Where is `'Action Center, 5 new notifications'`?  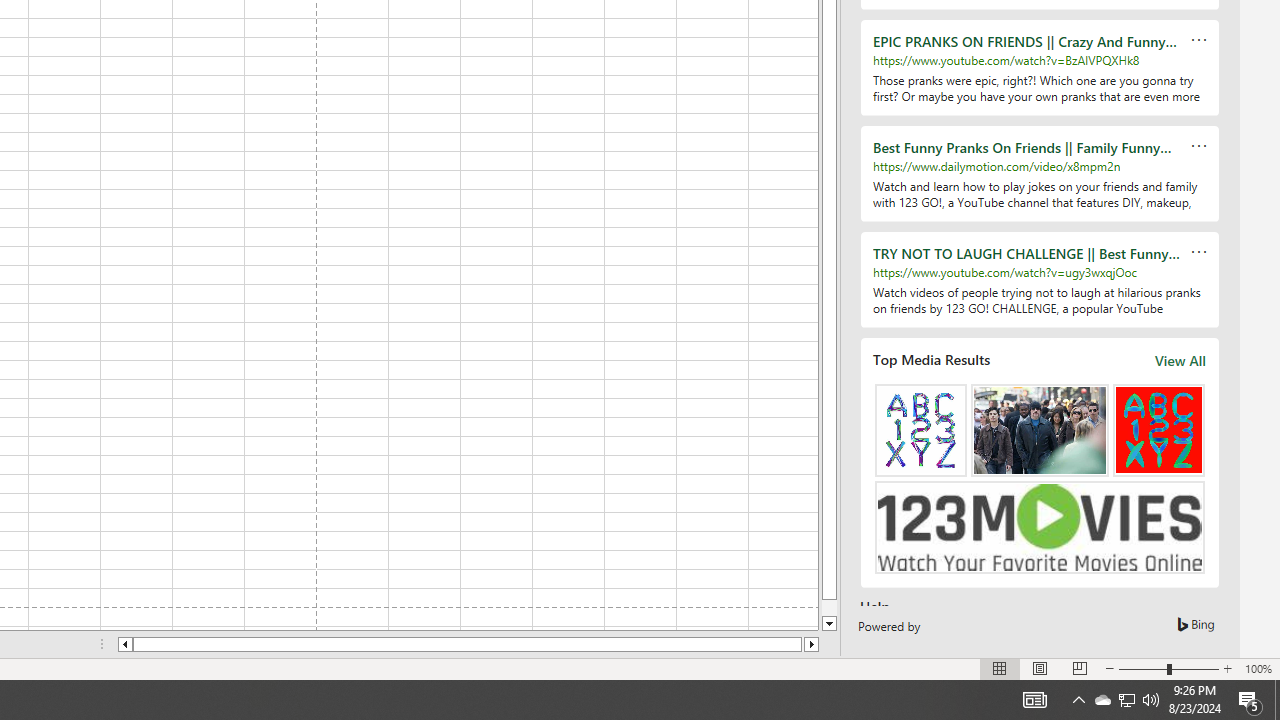
'Action Center, 5 new notifications' is located at coordinates (1250, 698).